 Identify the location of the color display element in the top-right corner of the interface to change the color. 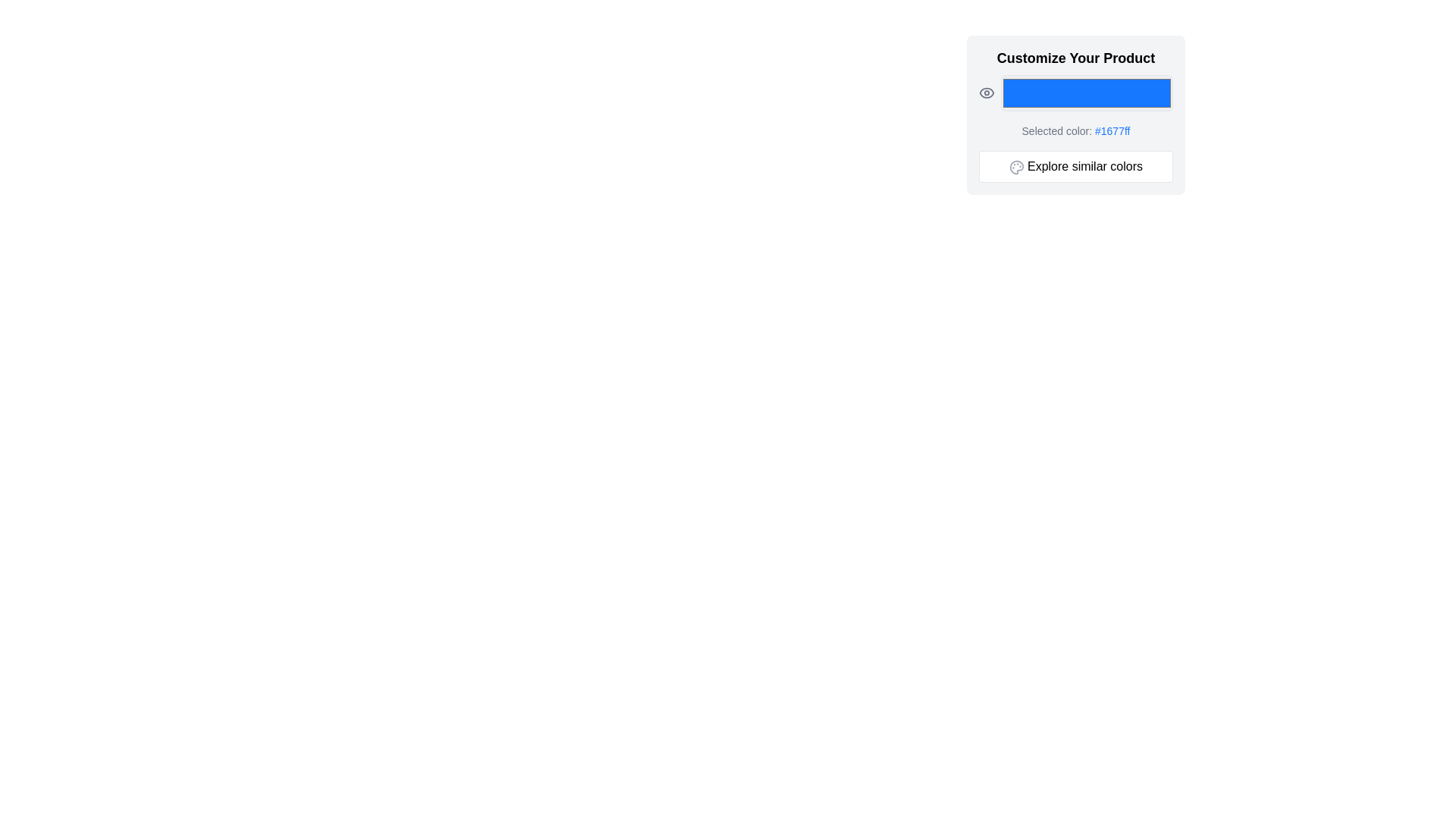
(1075, 114).